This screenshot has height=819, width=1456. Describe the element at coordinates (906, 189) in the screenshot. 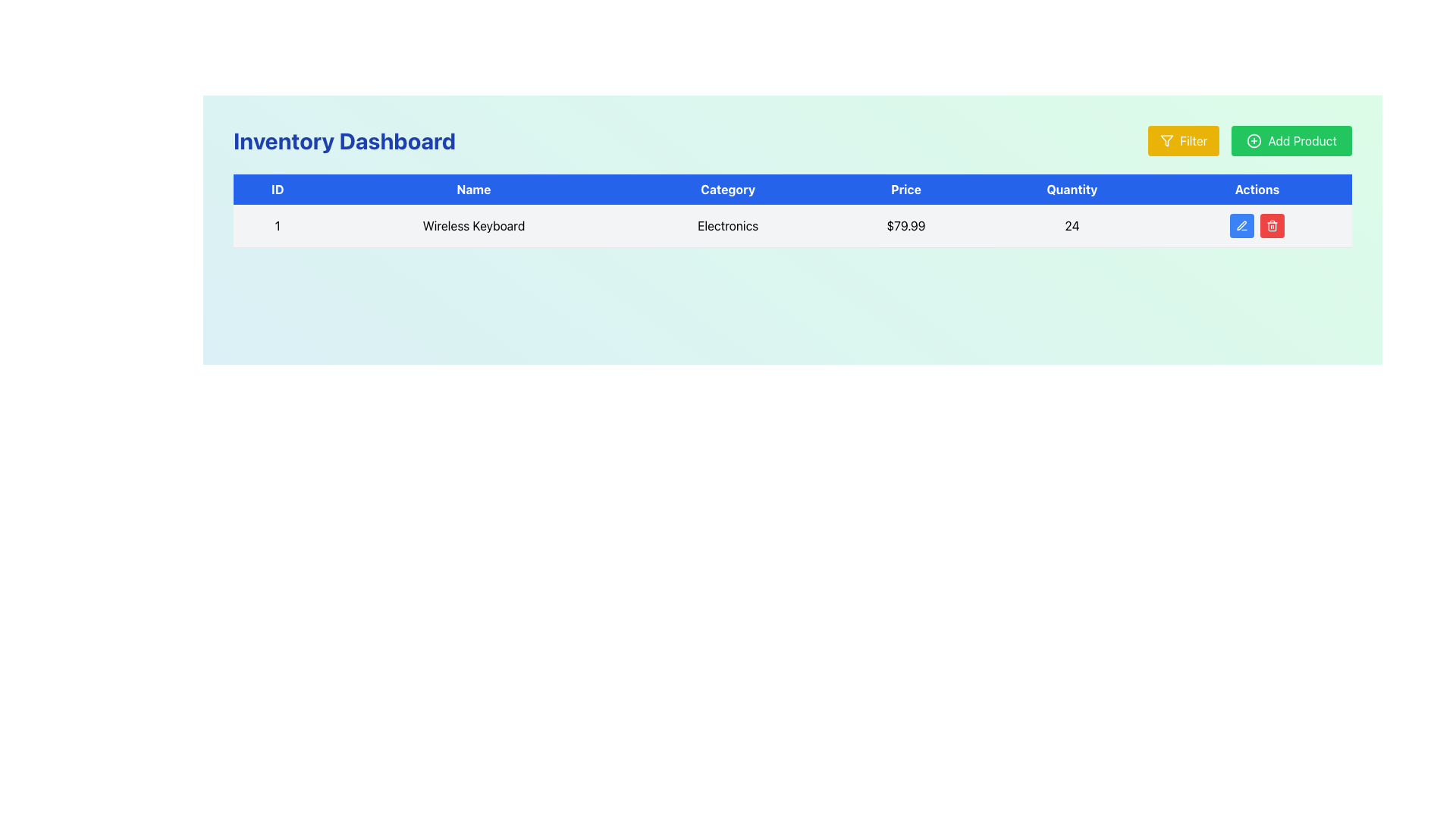

I see `the text label 'Price' which is styled with a bold white font on a blue background, located in the top row of a table, fourth from the left among labels 'ID', 'Name', 'Category', 'Price', 'Quantity', and 'Actions'` at that location.